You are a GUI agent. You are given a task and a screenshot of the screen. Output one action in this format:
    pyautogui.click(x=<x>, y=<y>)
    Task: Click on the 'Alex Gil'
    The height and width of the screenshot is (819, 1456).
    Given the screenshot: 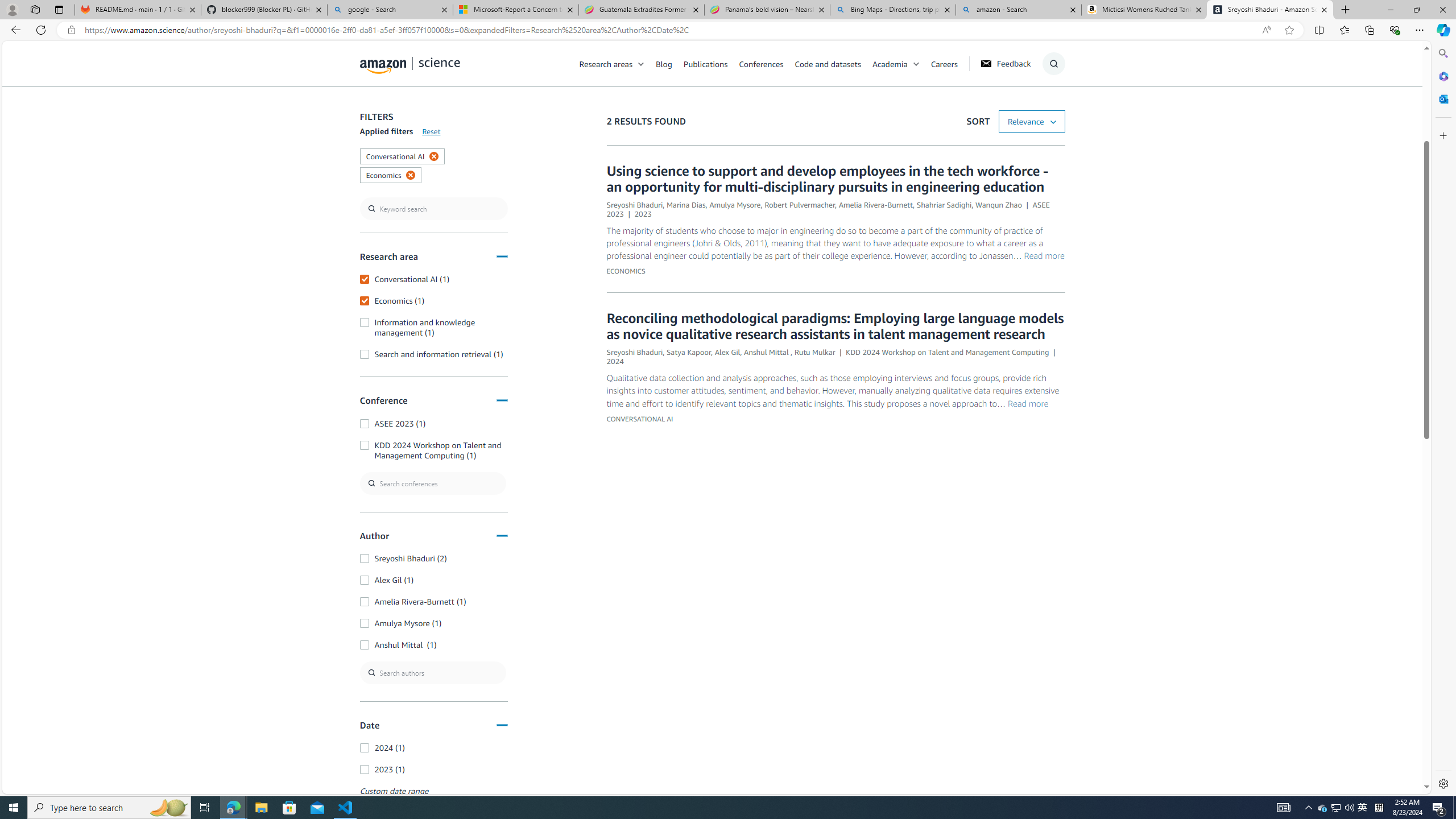 What is the action you would take?
    pyautogui.click(x=728, y=351)
    